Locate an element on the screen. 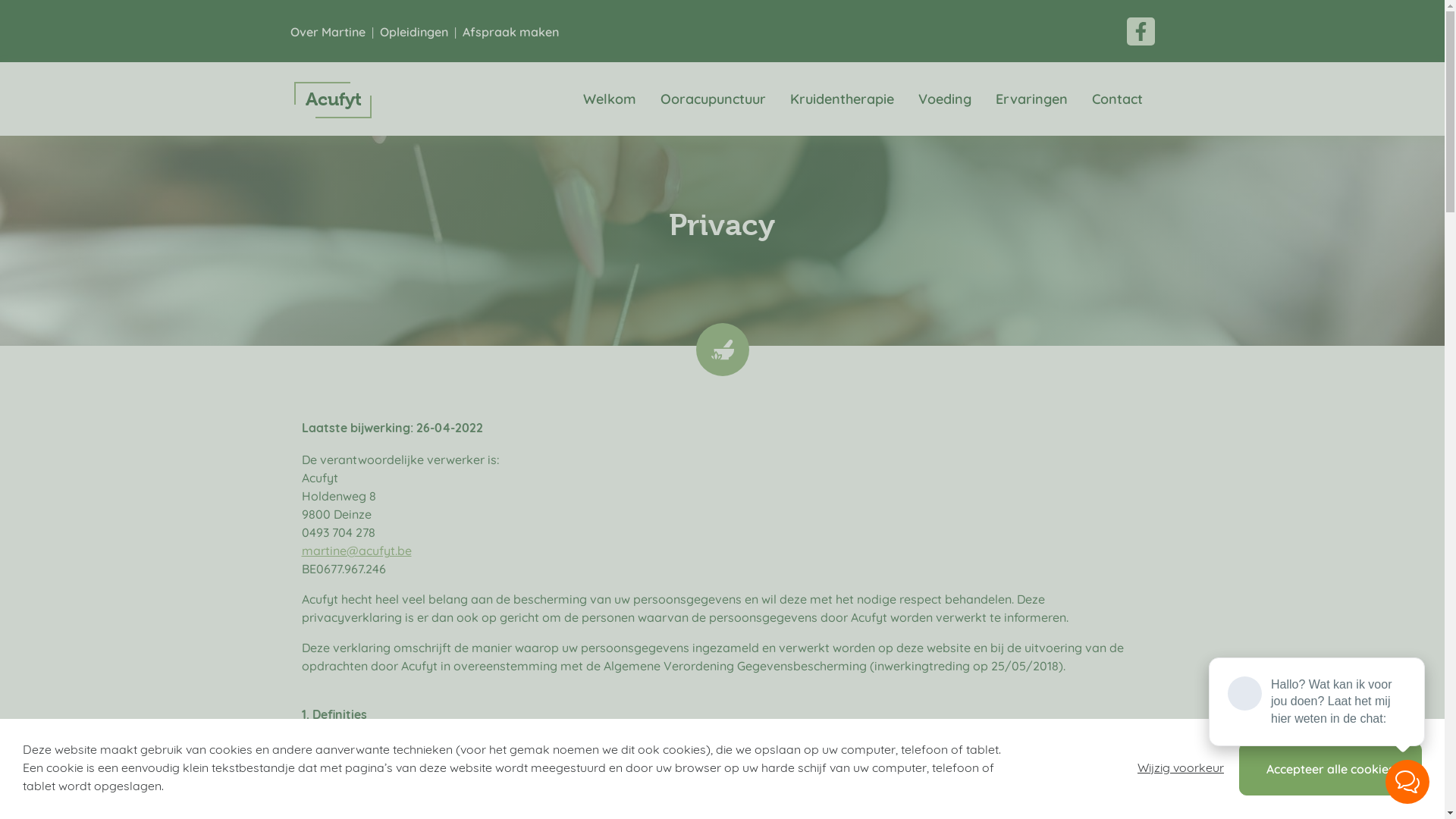 The width and height of the screenshot is (1456, 819). 'martine@acufyt.be' is located at coordinates (356, 550).